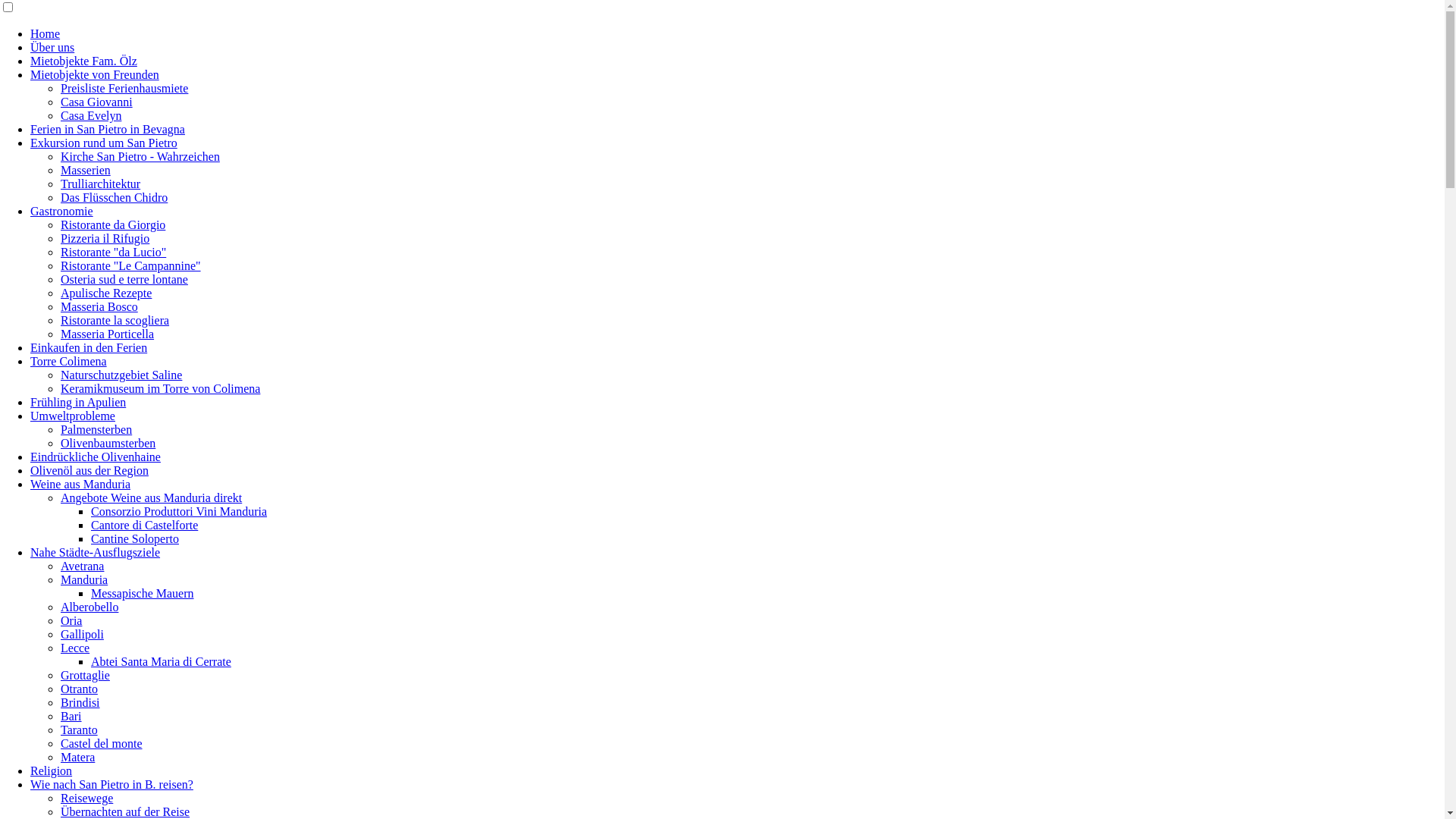 The image size is (1456, 819). What do you see at coordinates (81, 566) in the screenshot?
I see `'Avetrana'` at bounding box center [81, 566].